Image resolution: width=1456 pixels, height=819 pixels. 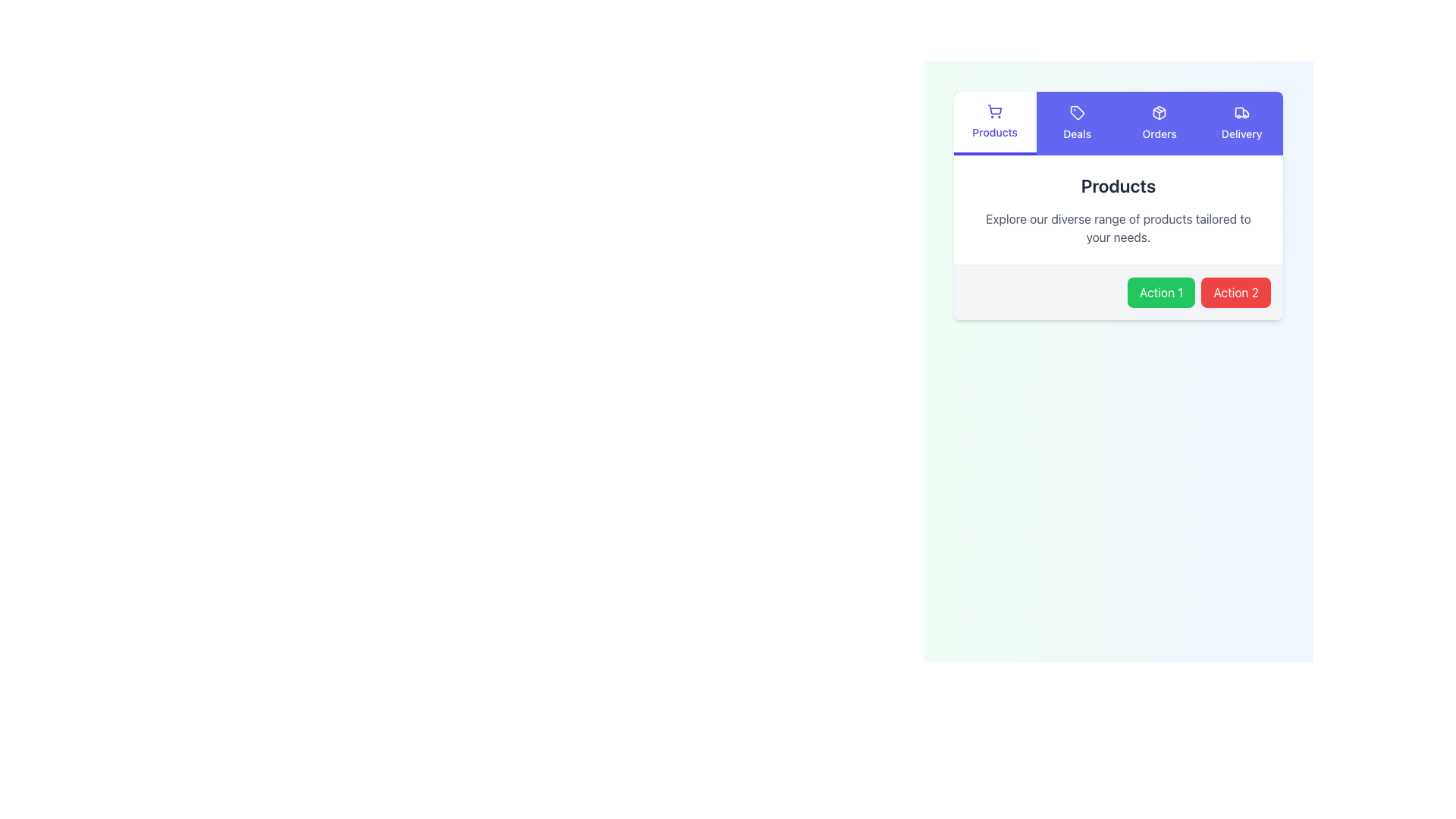 What do you see at coordinates (1236, 292) in the screenshot?
I see `the second button labeled 'Action 2' located at the bottom-right of the 'Products' card` at bounding box center [1236, 292].